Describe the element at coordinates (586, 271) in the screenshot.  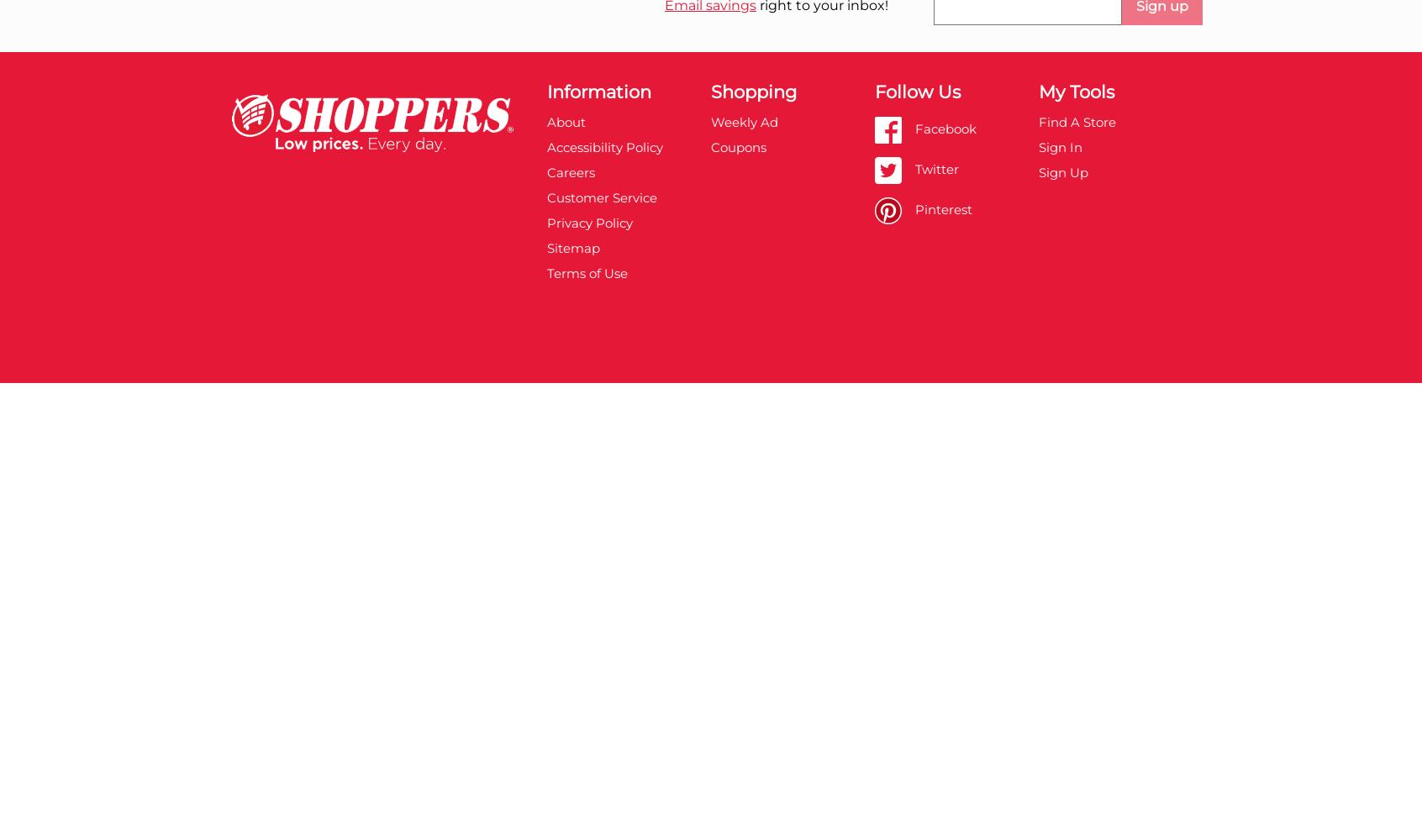
I see `'Terms of Use'` at that location.